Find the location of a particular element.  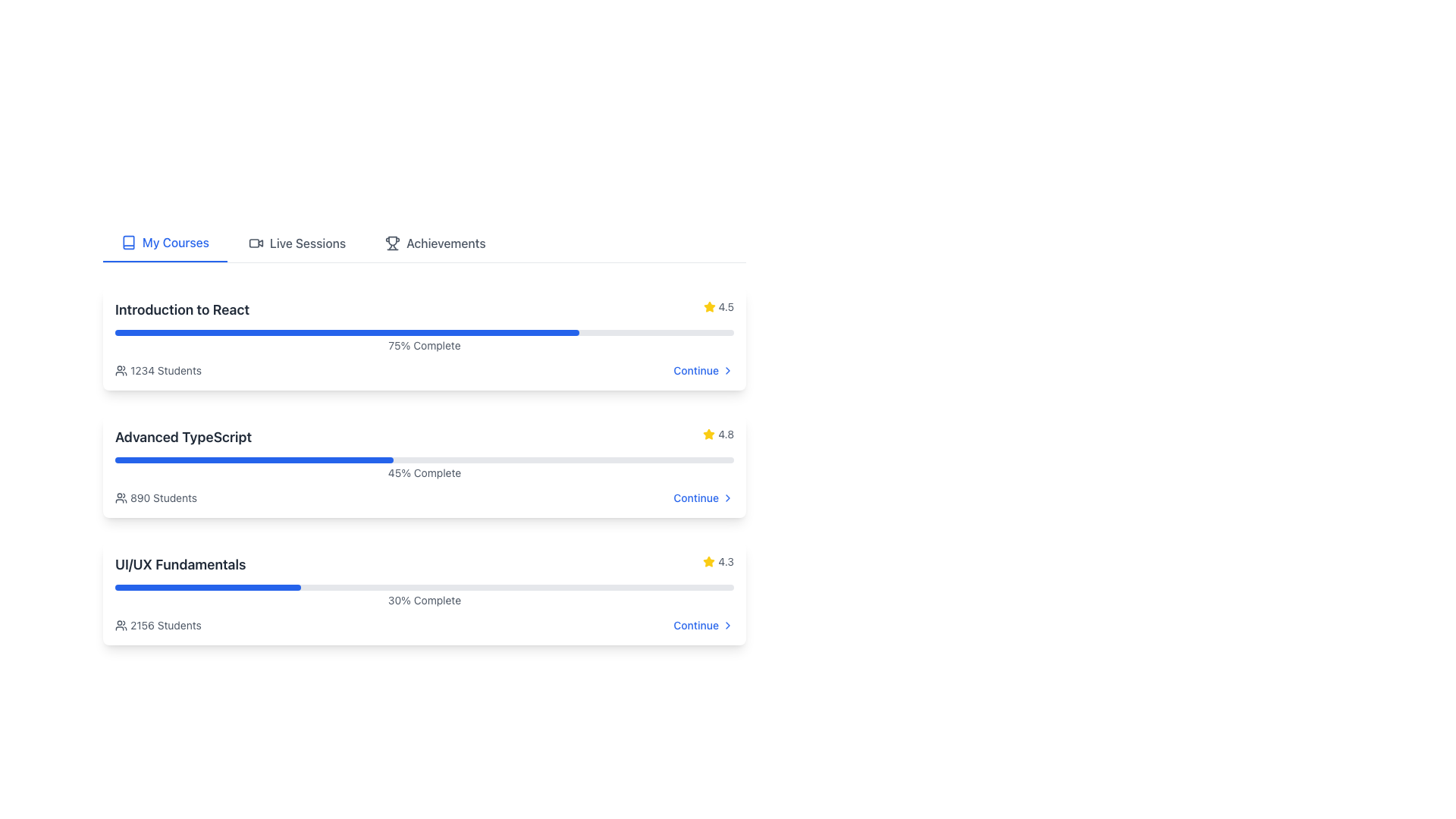

the progress bar indicating the completion percentage for the 'UI/UX Fundamentals' course, which is the third card in a vertically stacked list of course cards is located at coordinates (425, 595).